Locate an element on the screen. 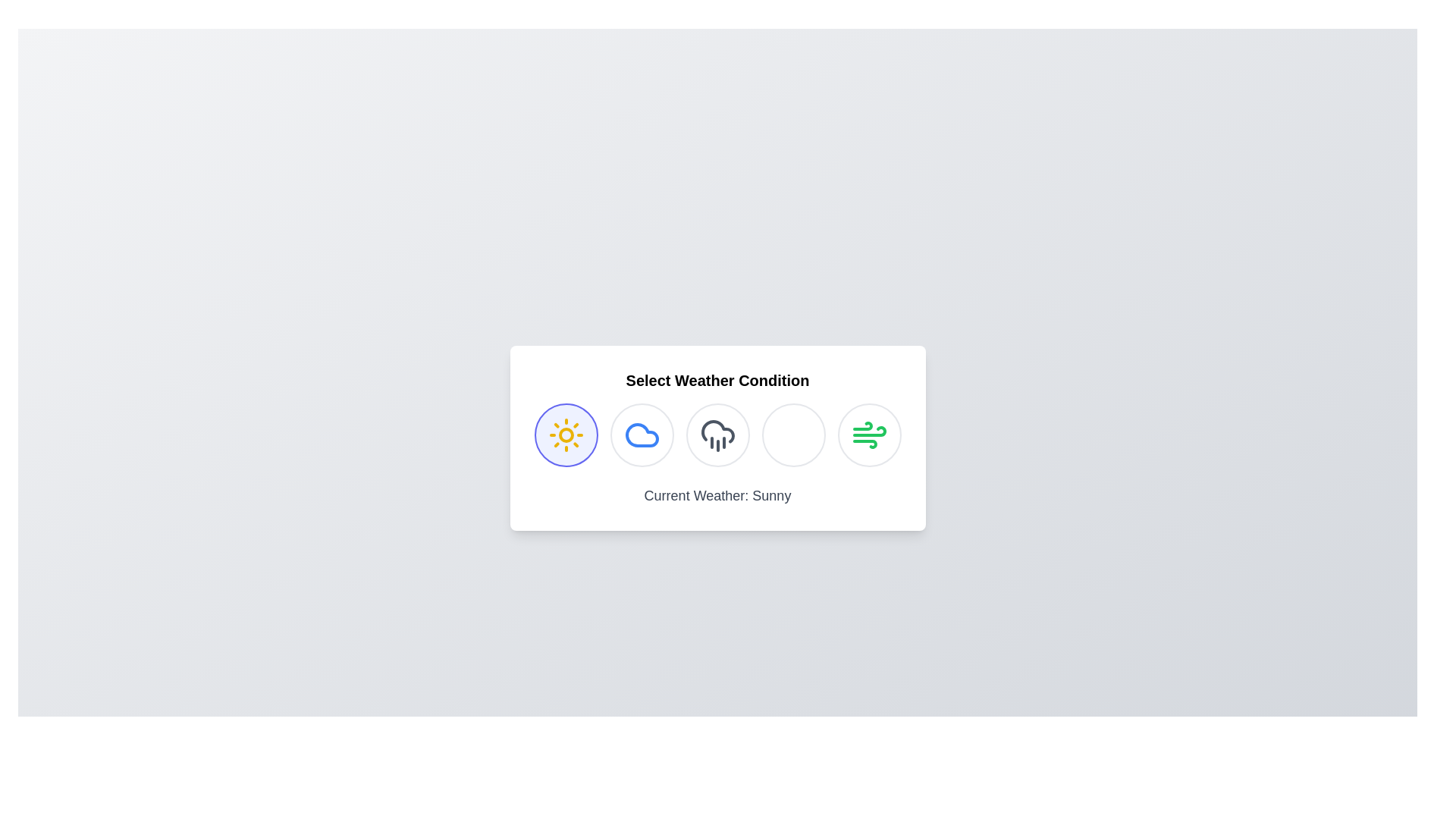 The width and height of the screenshot is (1456, 819). the circular button with a sun icon at its center, which has an indigo border and a light indigo background is located at coordinates (565, 435).